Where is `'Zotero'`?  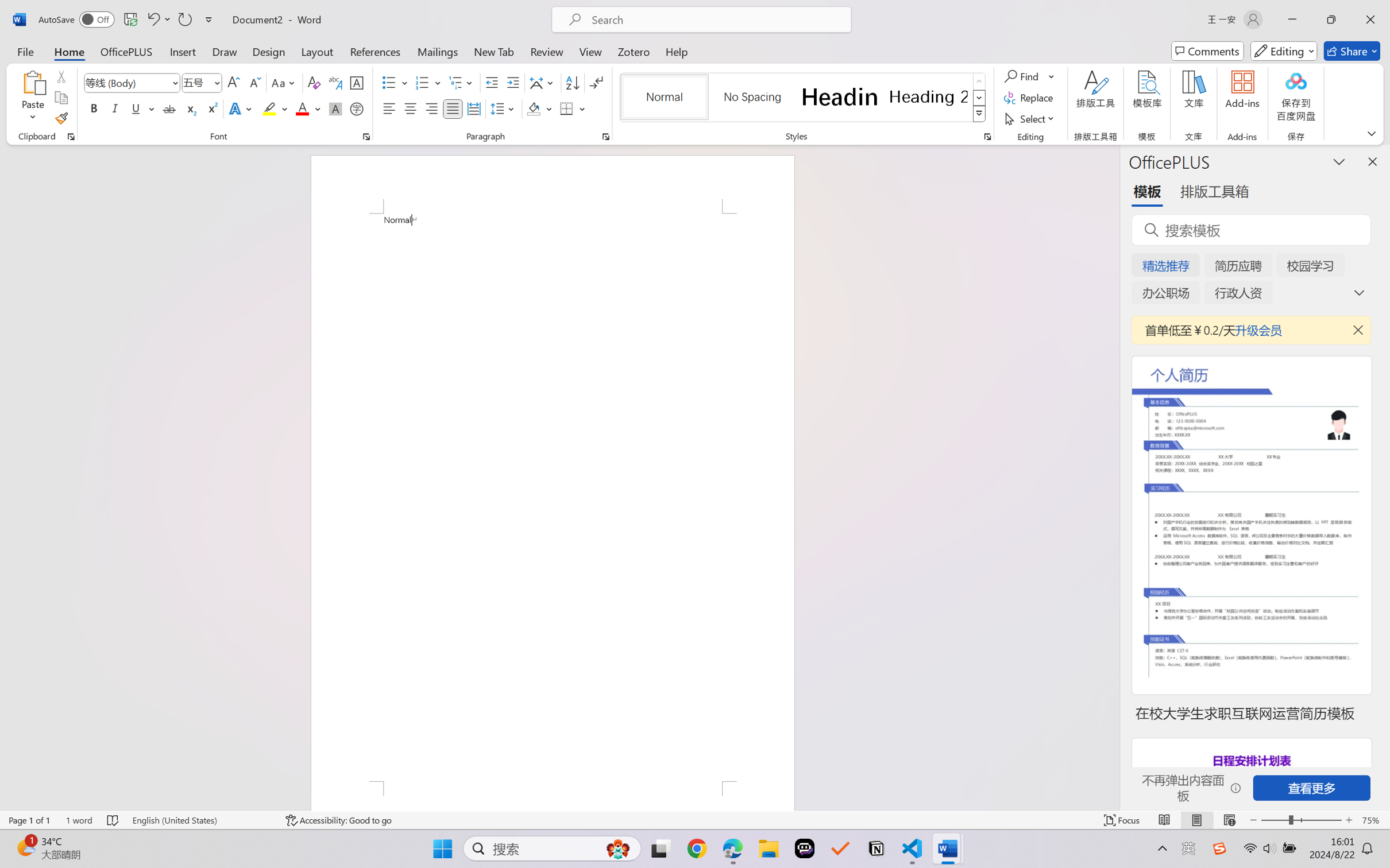
'Zotero' is located at coordinates (633, 51).